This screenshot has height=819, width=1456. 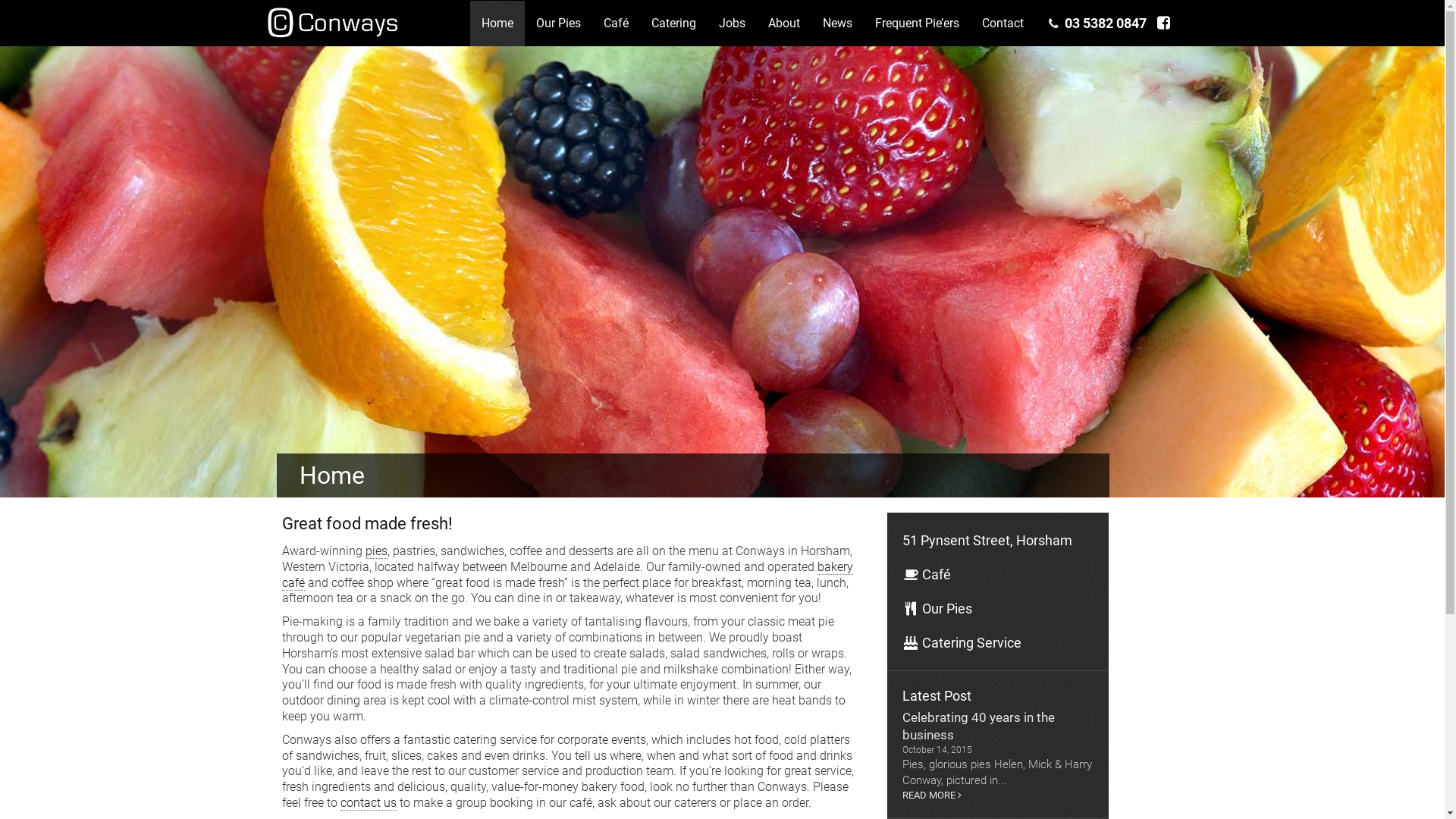 What do you see at coordinates (706, 23) in the screenshot?
I see `'Jobs'` at bounding box center [706, 23].